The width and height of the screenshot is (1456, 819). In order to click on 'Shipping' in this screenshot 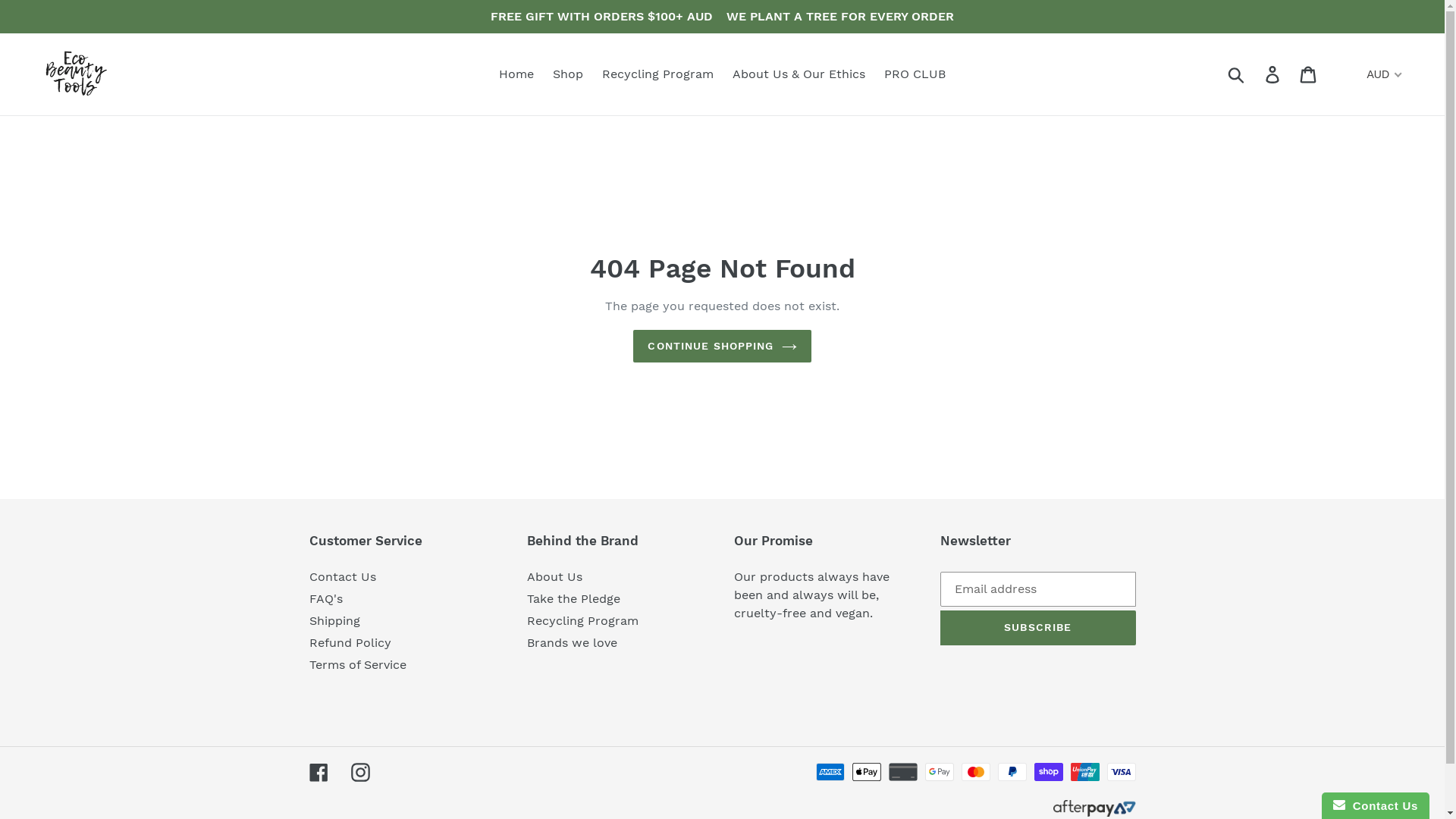, I will do `click(334, 620)`.